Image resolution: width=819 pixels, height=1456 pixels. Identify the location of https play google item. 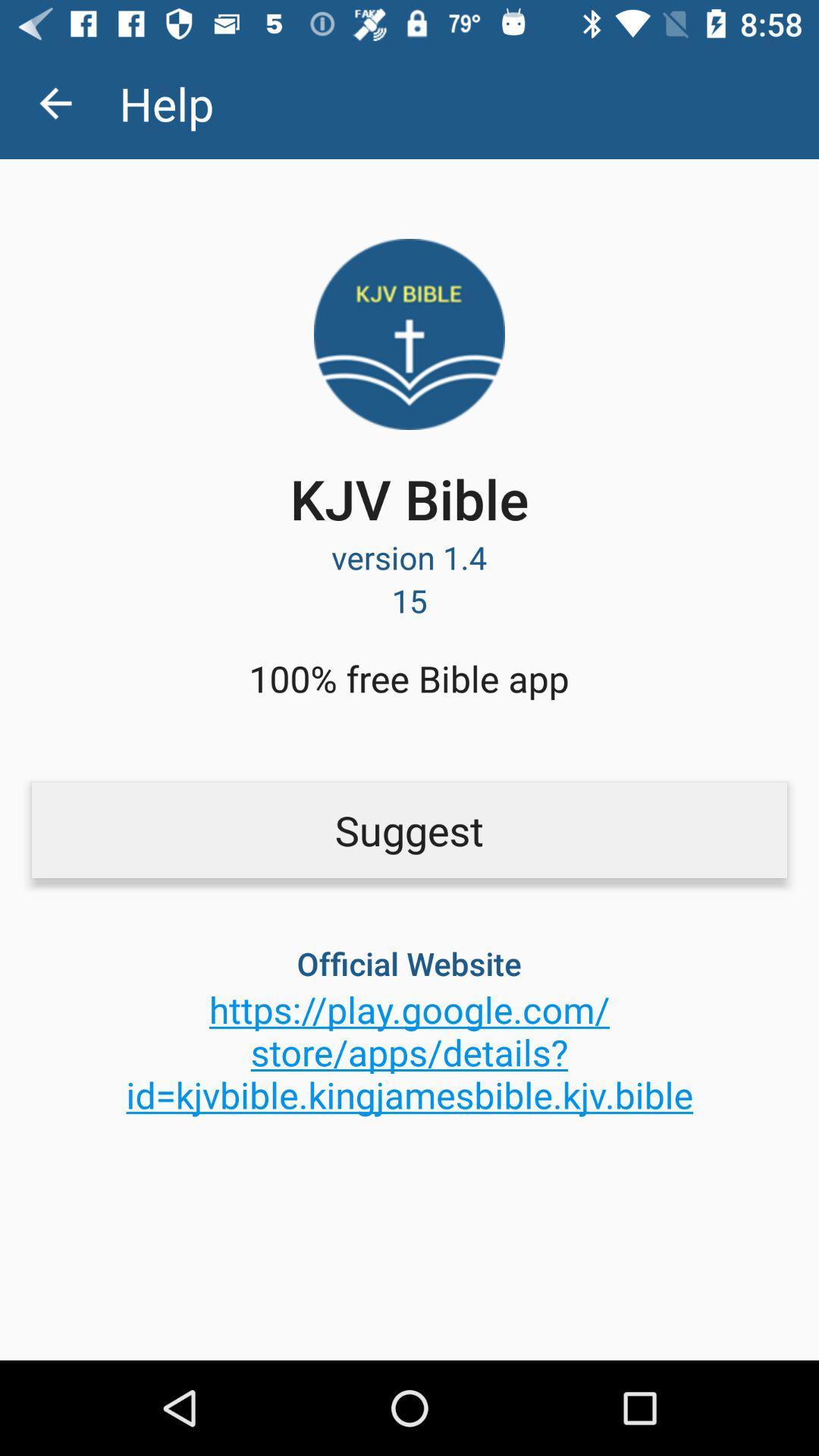
(409, 1051).